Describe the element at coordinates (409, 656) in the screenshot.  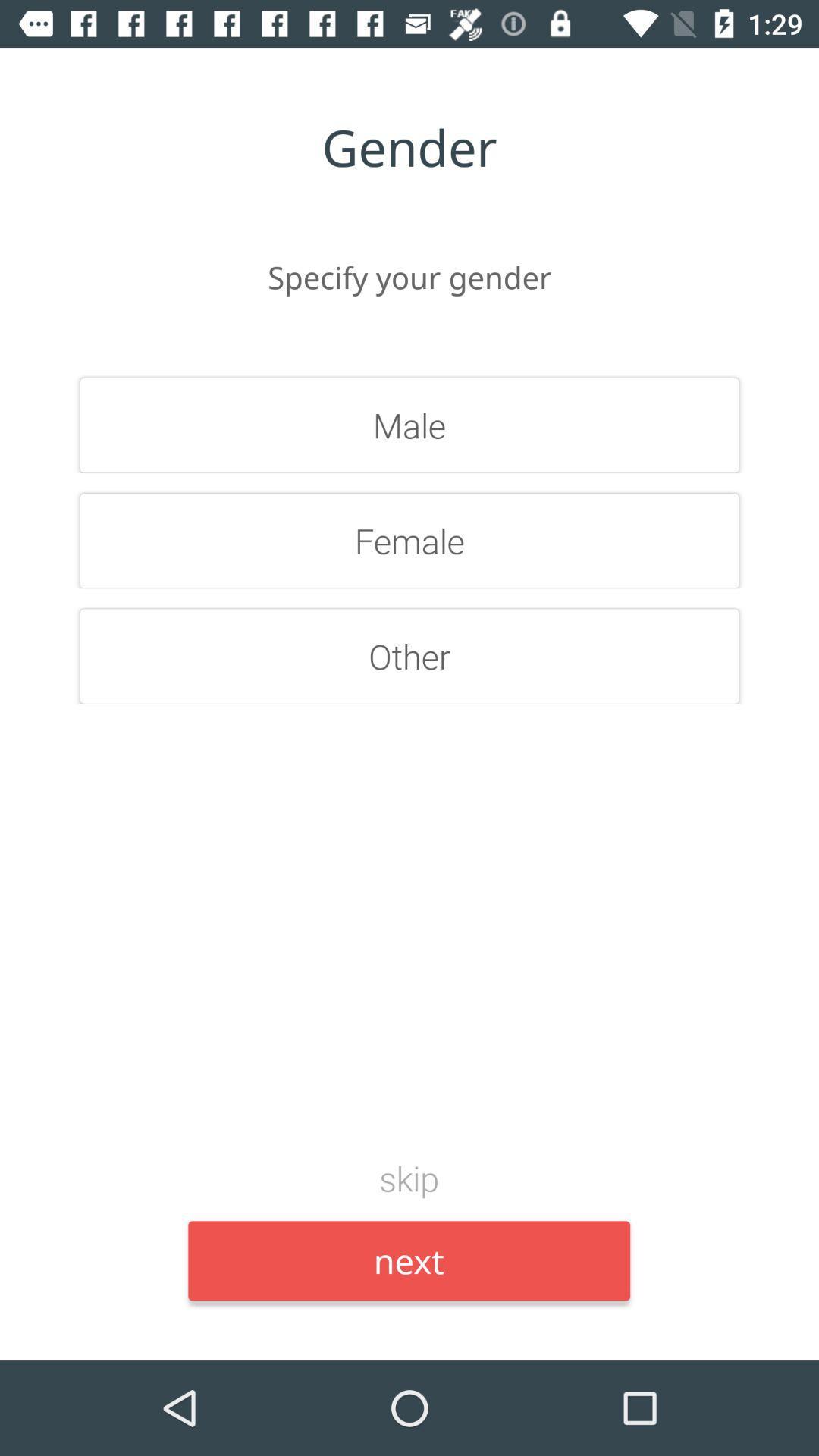
I see `item above skip item` at that location.